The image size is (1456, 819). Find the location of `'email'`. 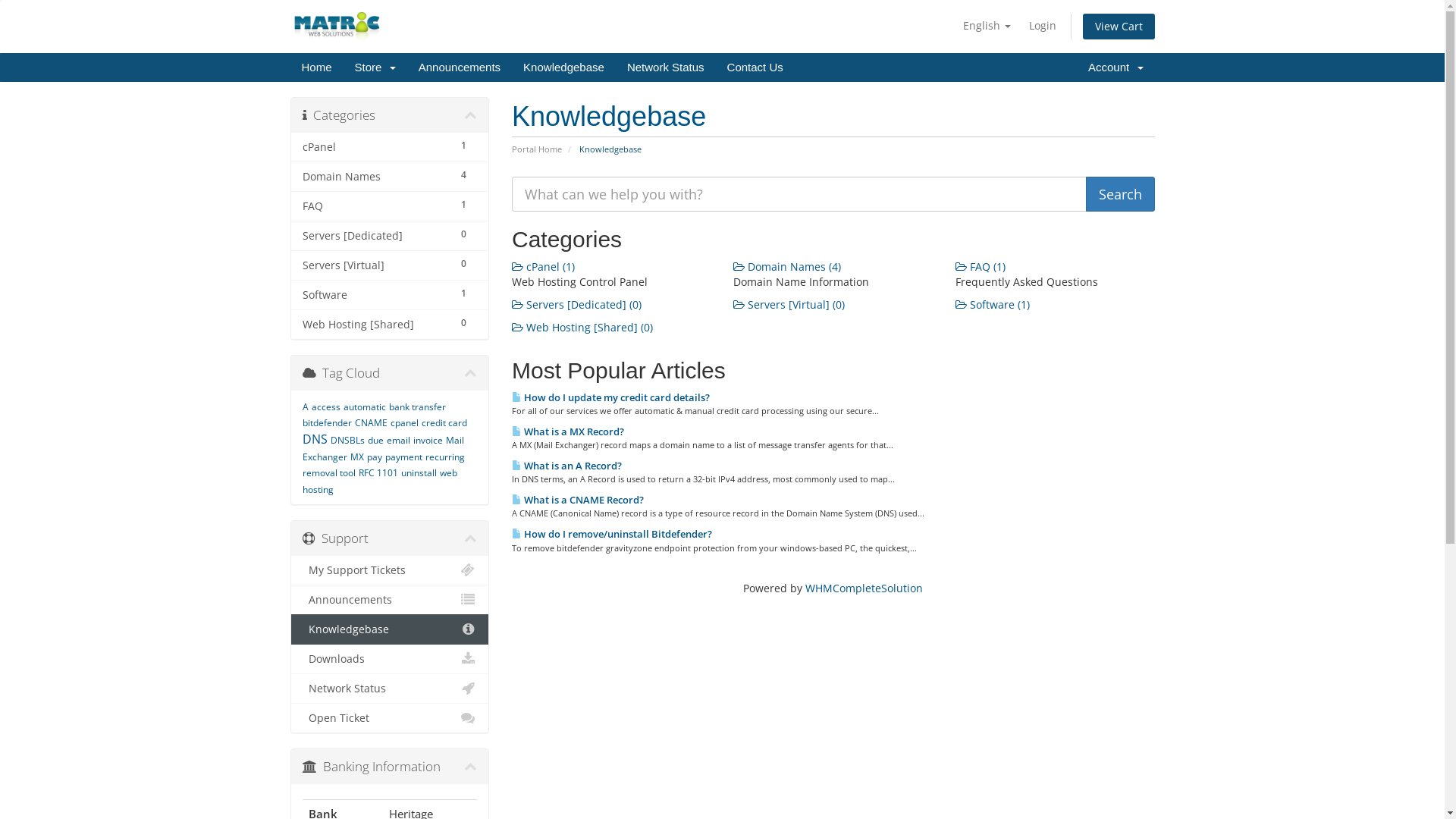

'email' is located at coordinates (398, 440).